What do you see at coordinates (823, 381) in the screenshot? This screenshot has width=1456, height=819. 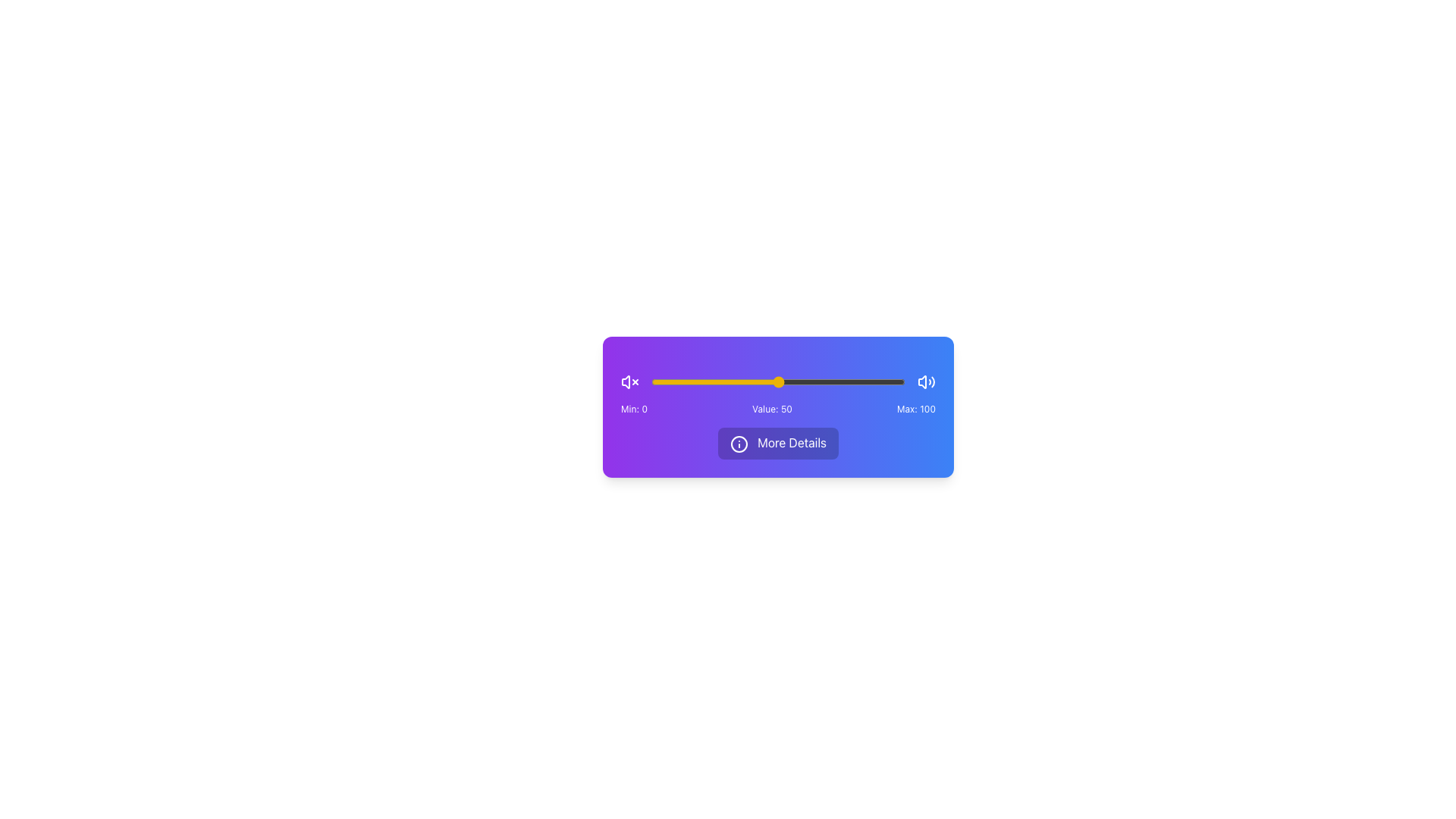 I see `the slider value` at bounding box center [823, 381].